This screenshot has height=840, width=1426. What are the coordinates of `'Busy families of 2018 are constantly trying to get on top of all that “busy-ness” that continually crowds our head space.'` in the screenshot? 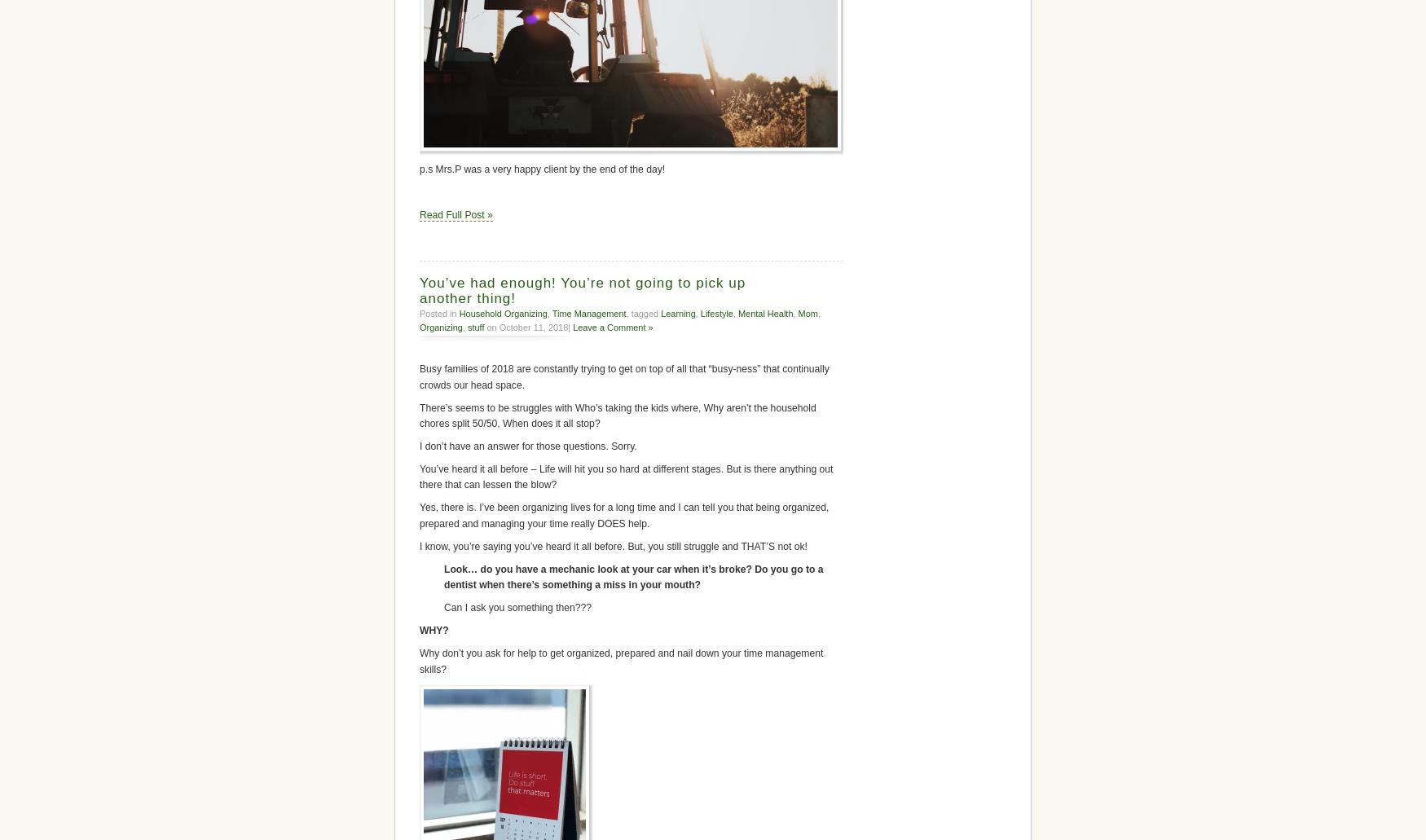 It's located at (419, 376).